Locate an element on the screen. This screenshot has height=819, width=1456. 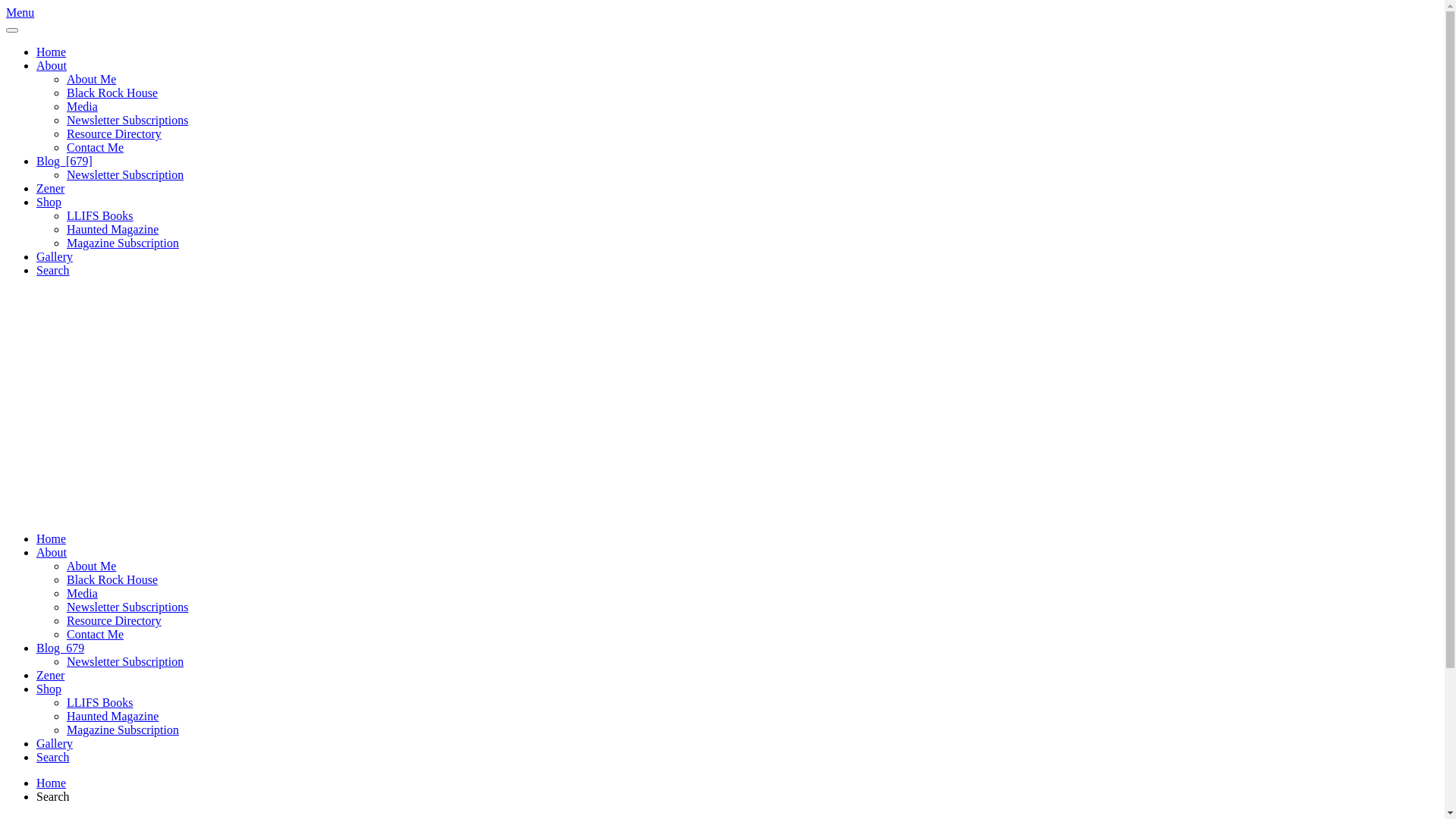
'Media' is located at coordinates (81, 592).